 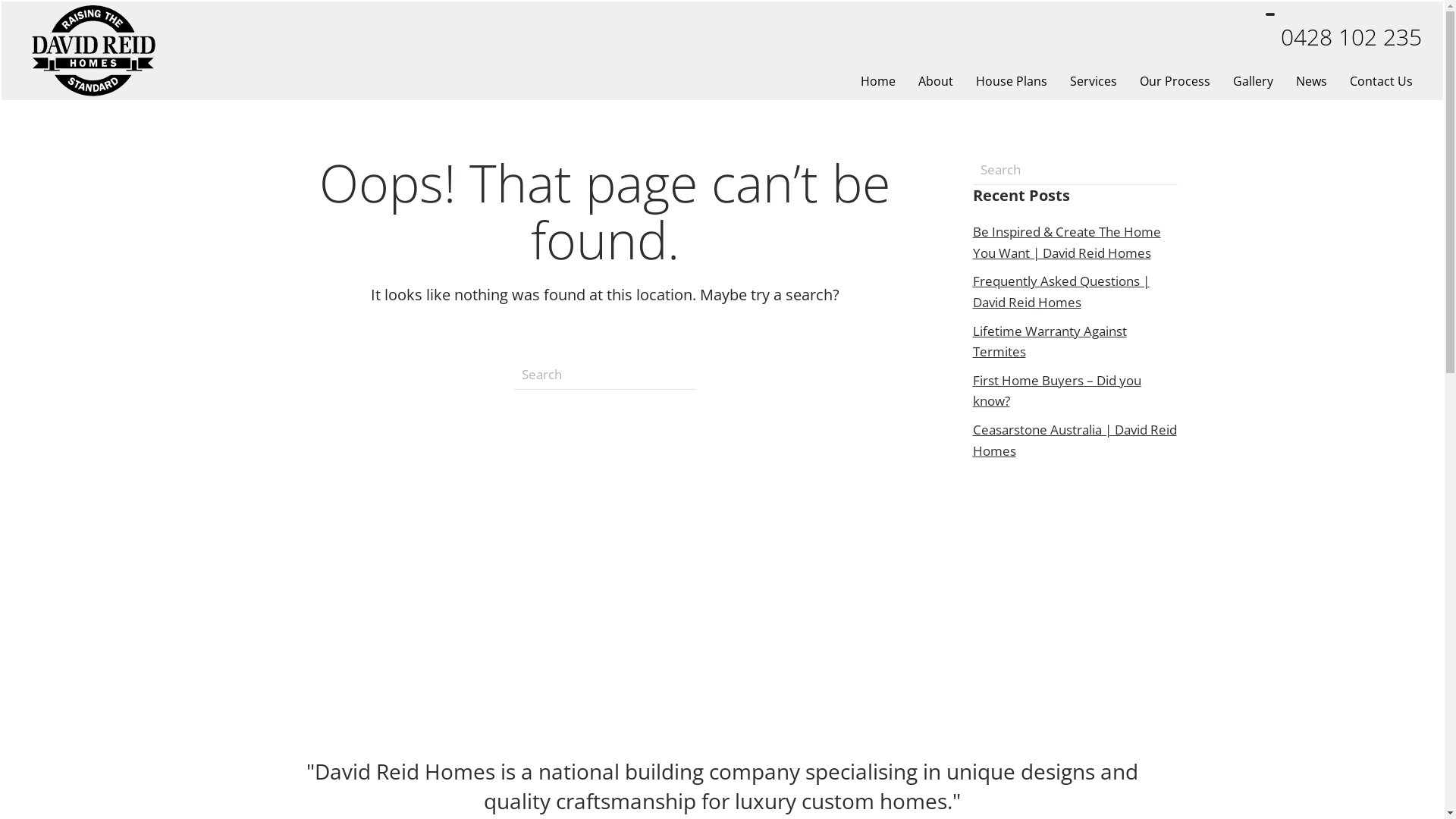 I want to click on 'Ceasarstone Australia | David Reid Homes', so click(x=1073, y=440).